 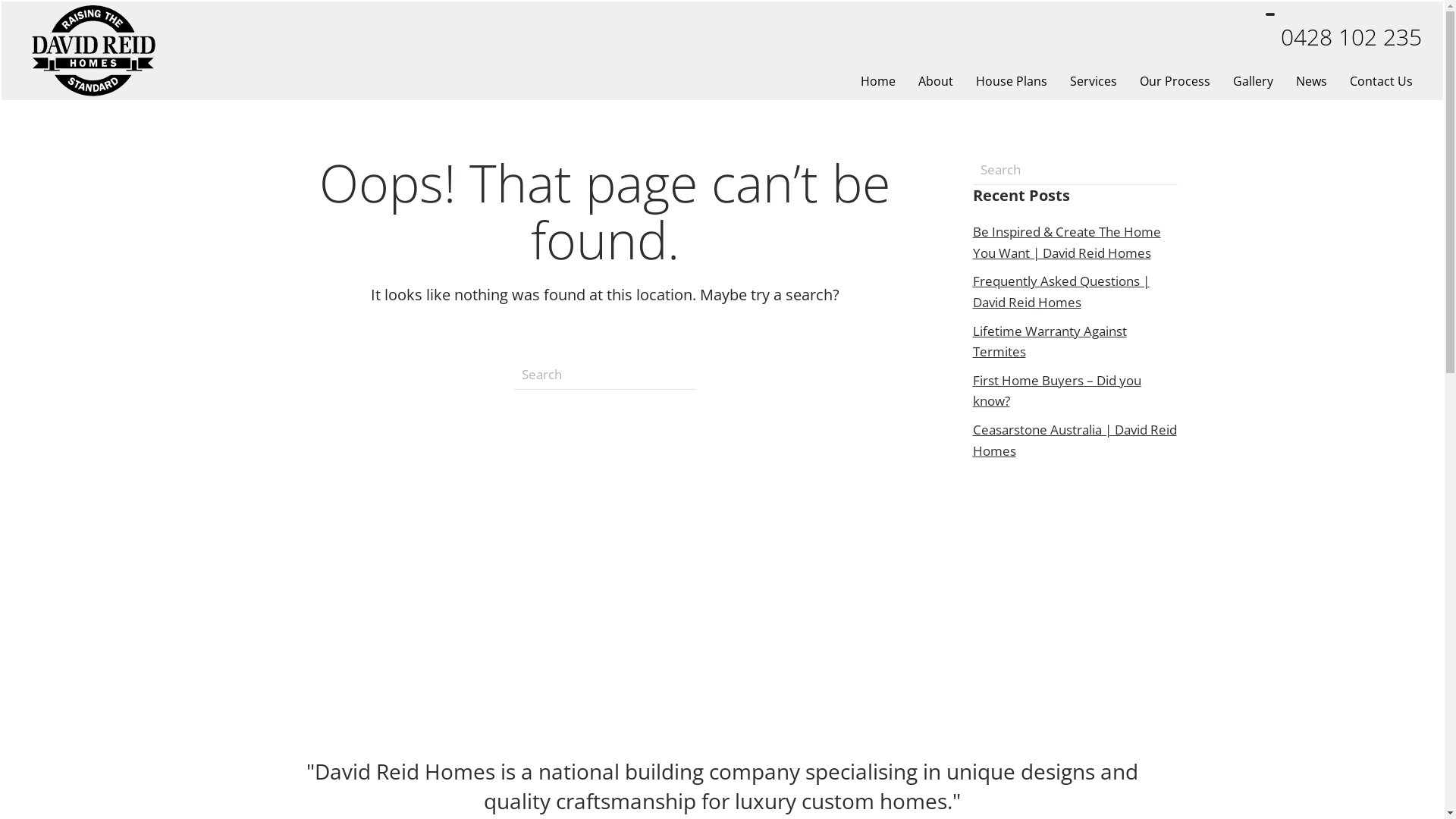 I want to click on 'Ceasarstone Australia | David Reid Homes', so click(x=1073, y=440).